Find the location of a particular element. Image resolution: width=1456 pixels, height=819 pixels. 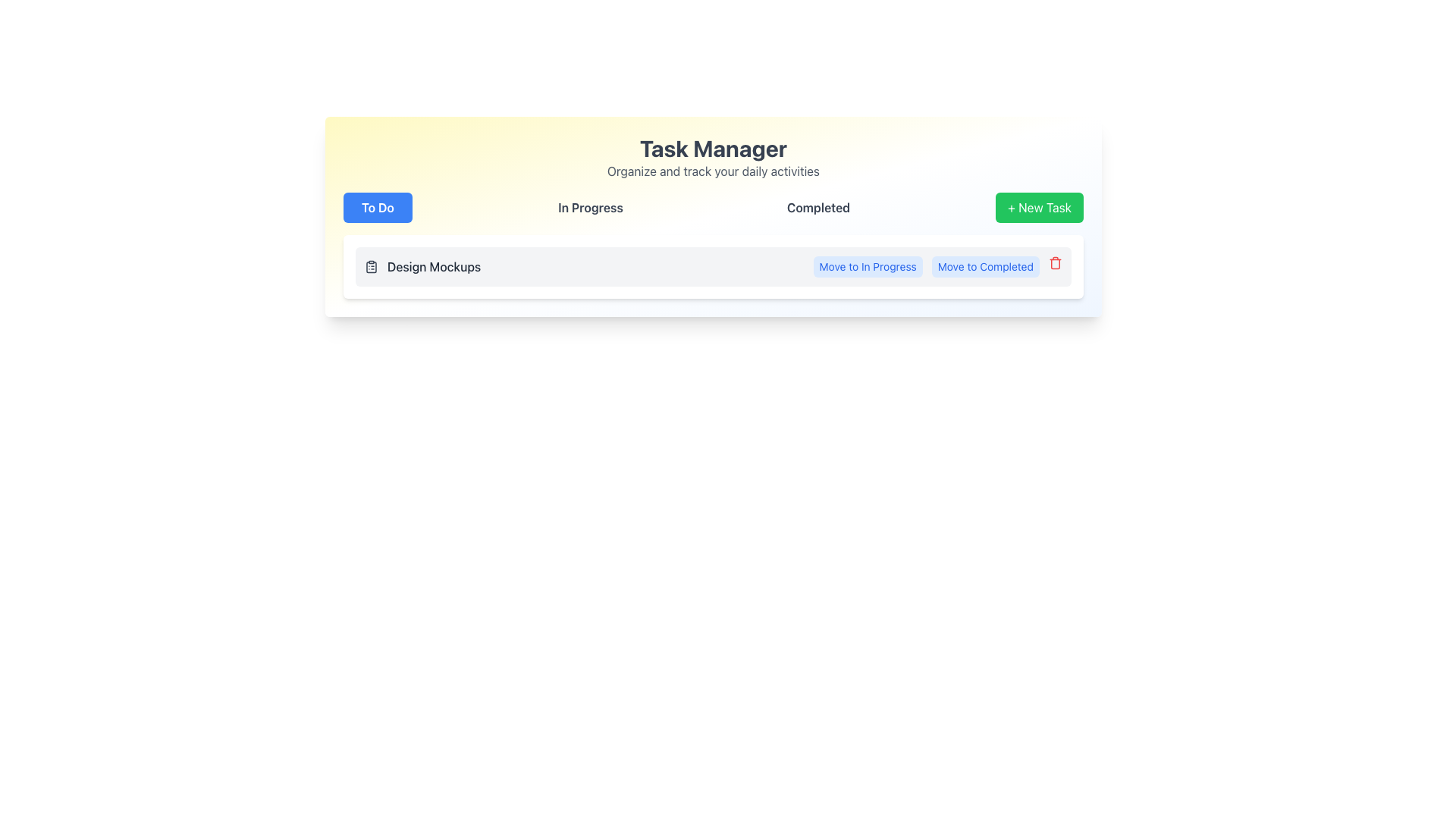

the clipboard icon, which is a non-interactive SVG rendering located to the left of the 'Design Mockups' text in the 'To Do' section of the task manager interface is located at coordinates (371, 265).